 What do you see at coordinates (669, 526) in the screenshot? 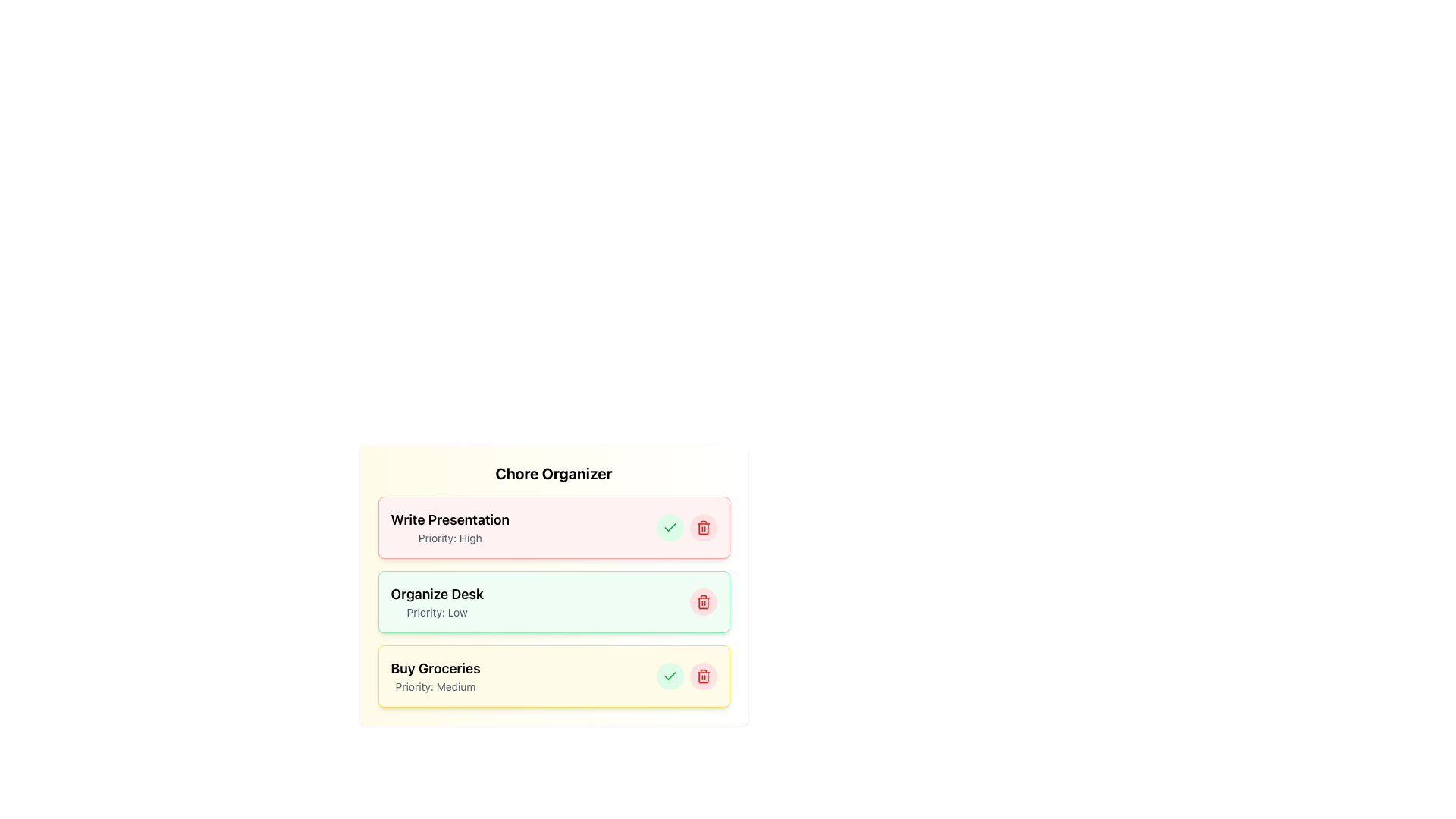
I see `the circular button with a light green background and a green checkmark icon in the top-right corner of the 'Write Presentation - Priority: High' card within the 'Chore Organizer' interface using keyboard navigation` at bounding box center [669, 526].